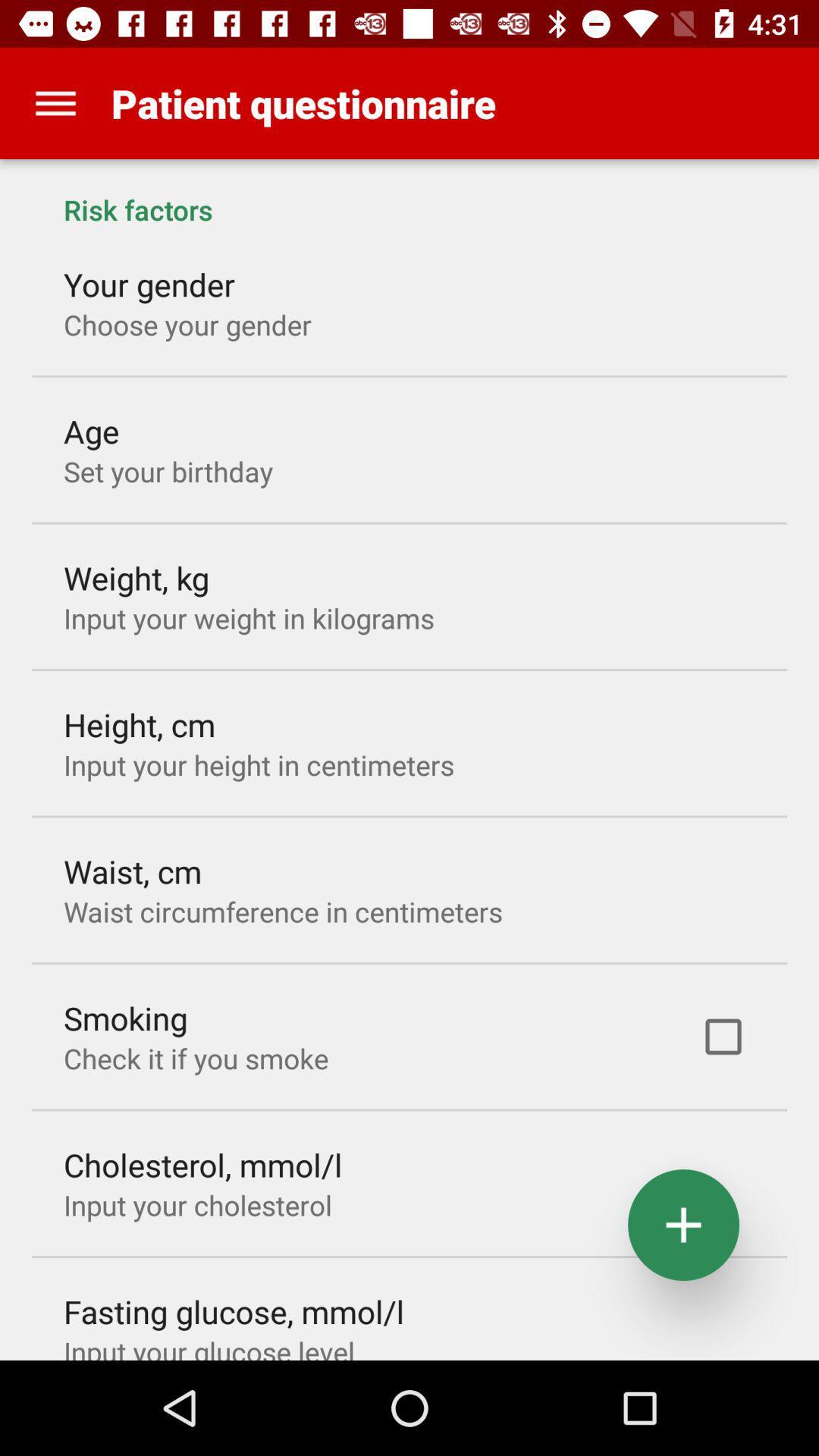 Image resolution: width=819 pixels, height=1456 pixels. What do you see at coordinates (234, 1310) in the screenshot?
I see `the item above input your glucose item` at bounding box center [234, 1310].